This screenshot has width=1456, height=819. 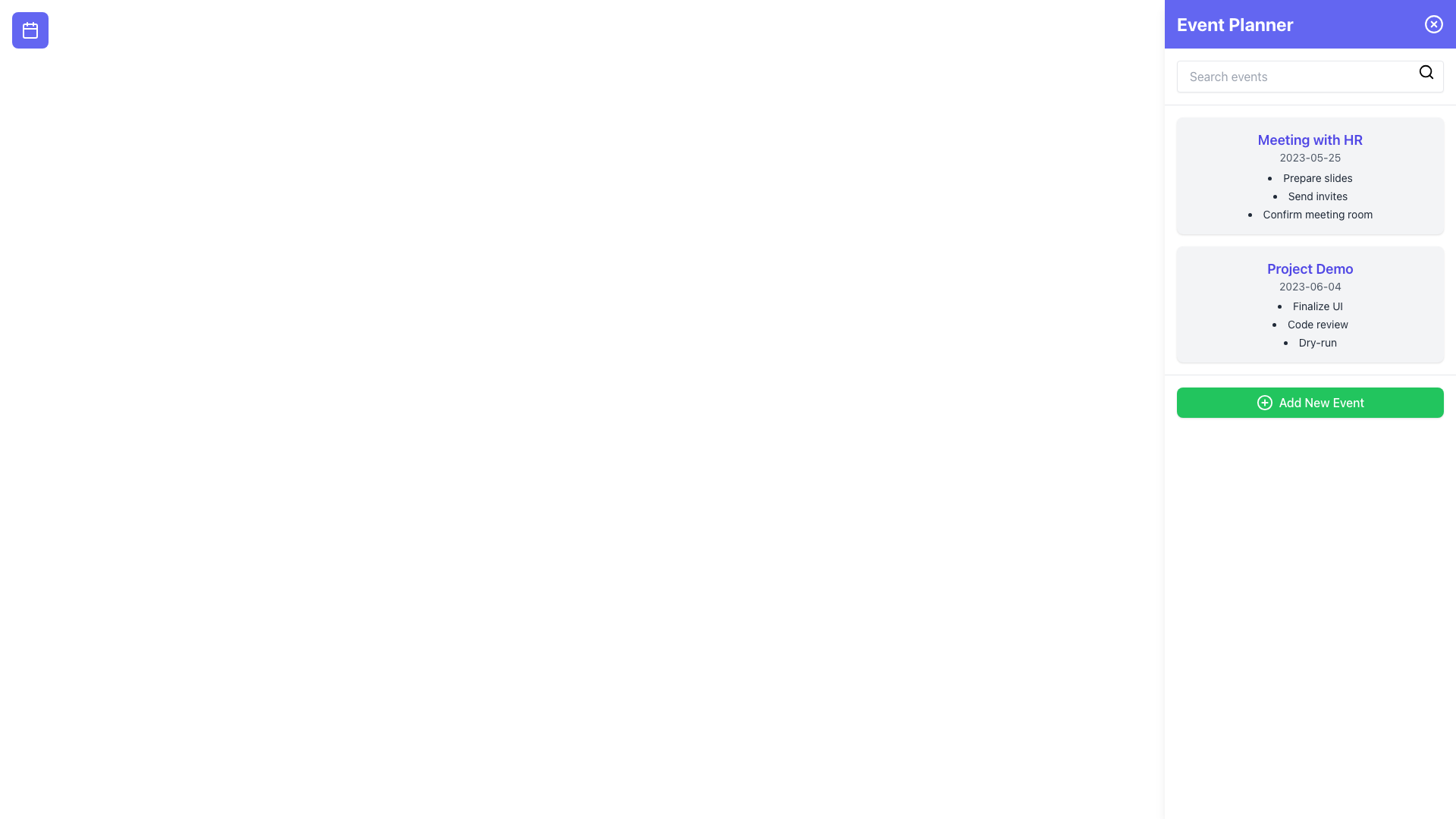 What do you see at coordinates (1310, 195) in the screenshot?
I see `the text item that reads 'Send invites.' which is the second item in a bullet list under the event 'Meeting with HR.'` at bounding box center [1310, 195].